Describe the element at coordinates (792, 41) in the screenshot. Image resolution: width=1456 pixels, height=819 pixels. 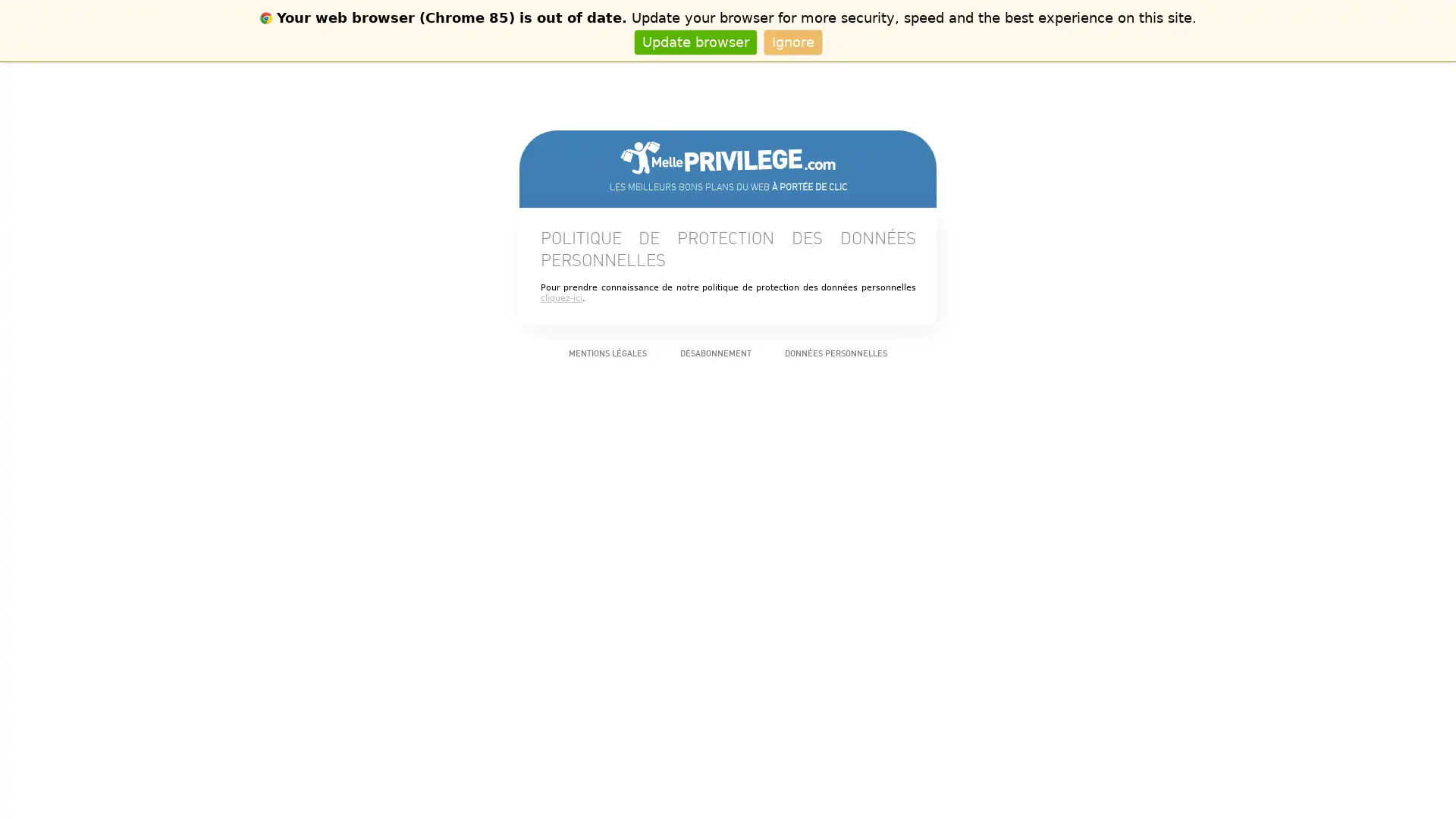
I see `Ignore` at that location.